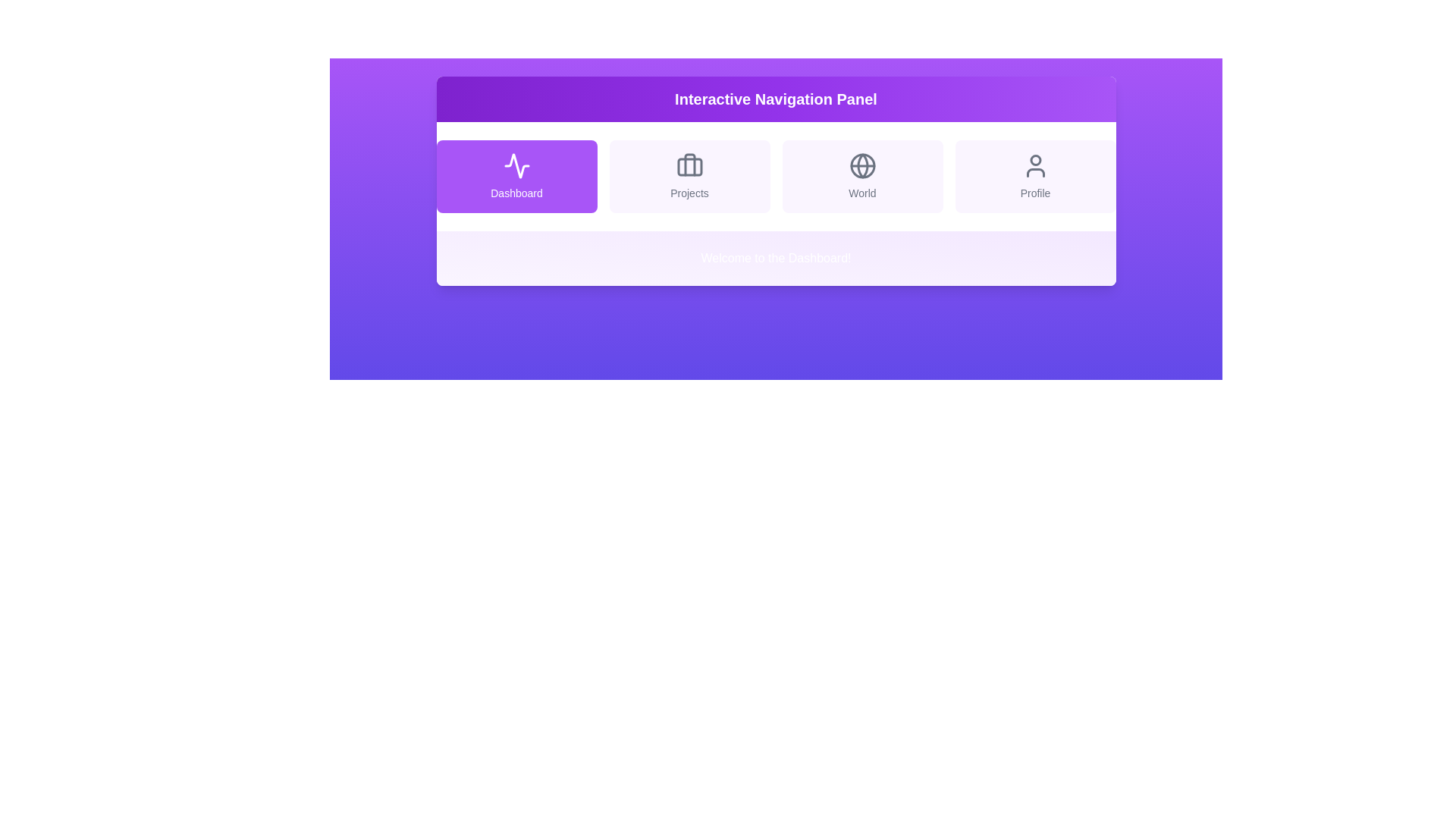 This screenshot has width=1456, height=819. I want to click on the circular shape representing the head of the user icon located in the fourth option of the navigation panel labeled 'Profile', so click(1034, 160).